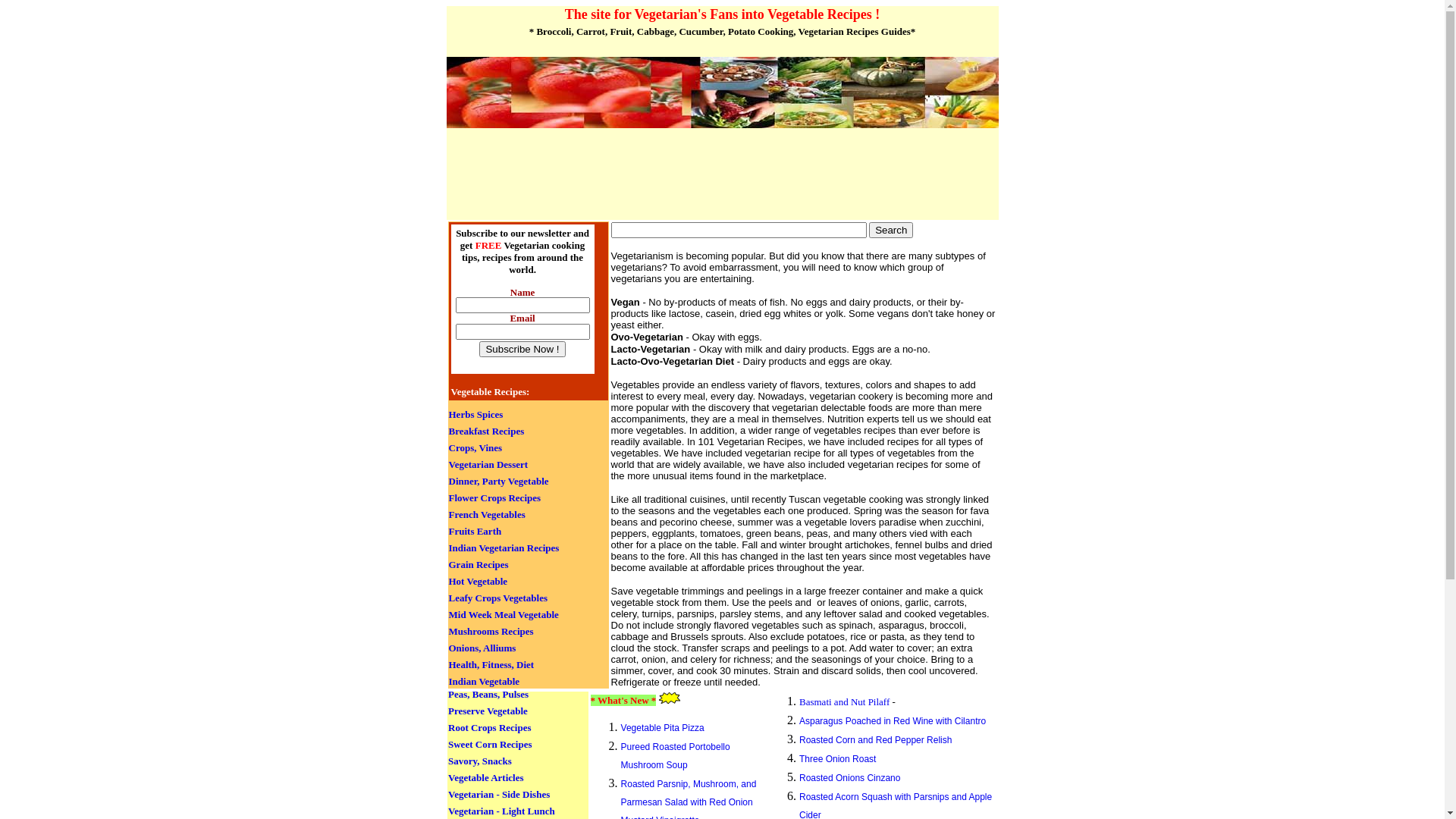 The width and height of the screenshot is (1456, 819). What do you see at coordinates (875, 739) in the screenshot?
I see `'Roasted Corn and Red Pepper Relish'` at bounding box center [875, 739].